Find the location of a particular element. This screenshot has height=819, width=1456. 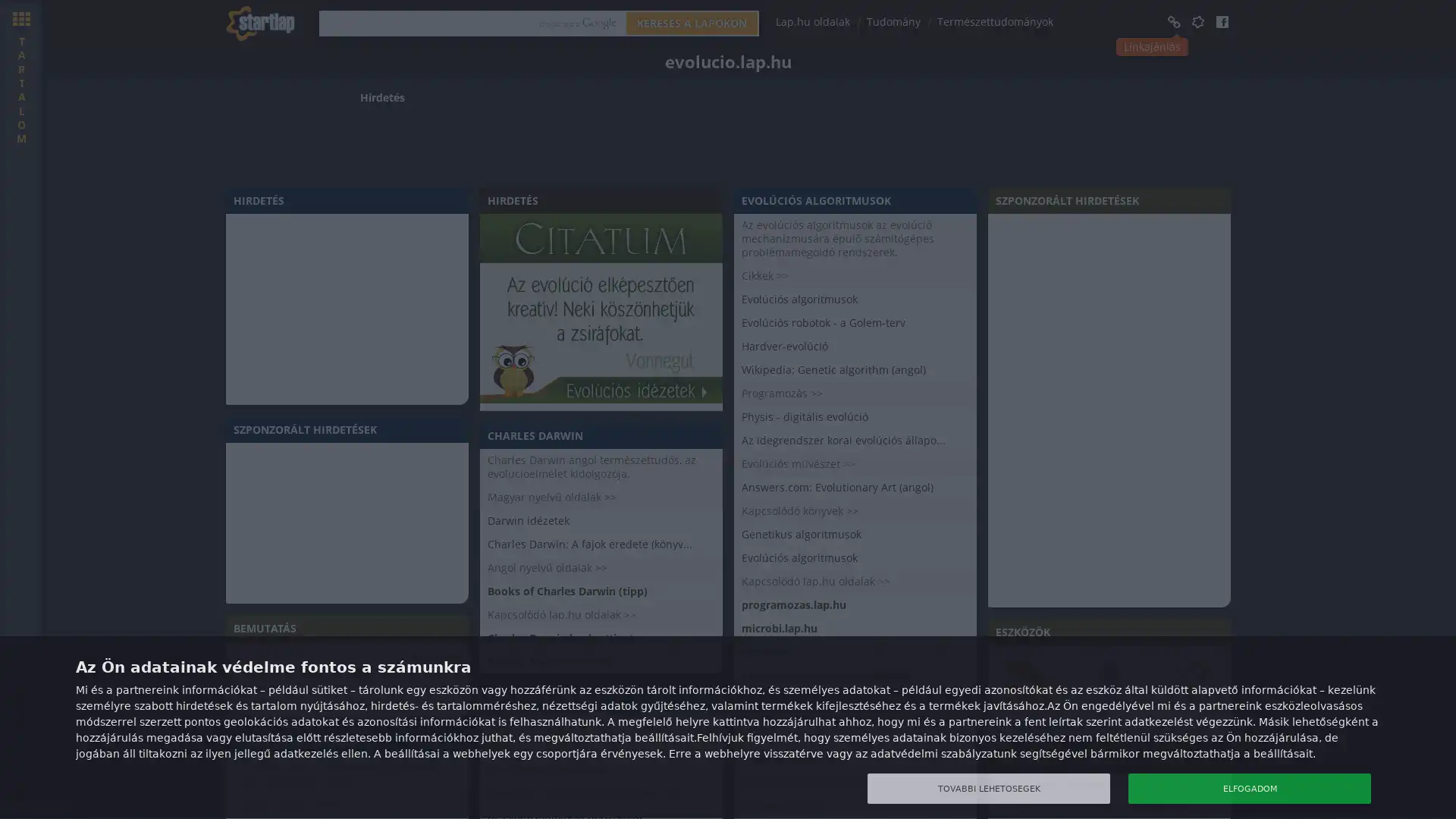

ELFOGADOM is located at coordinates (1249, 788).